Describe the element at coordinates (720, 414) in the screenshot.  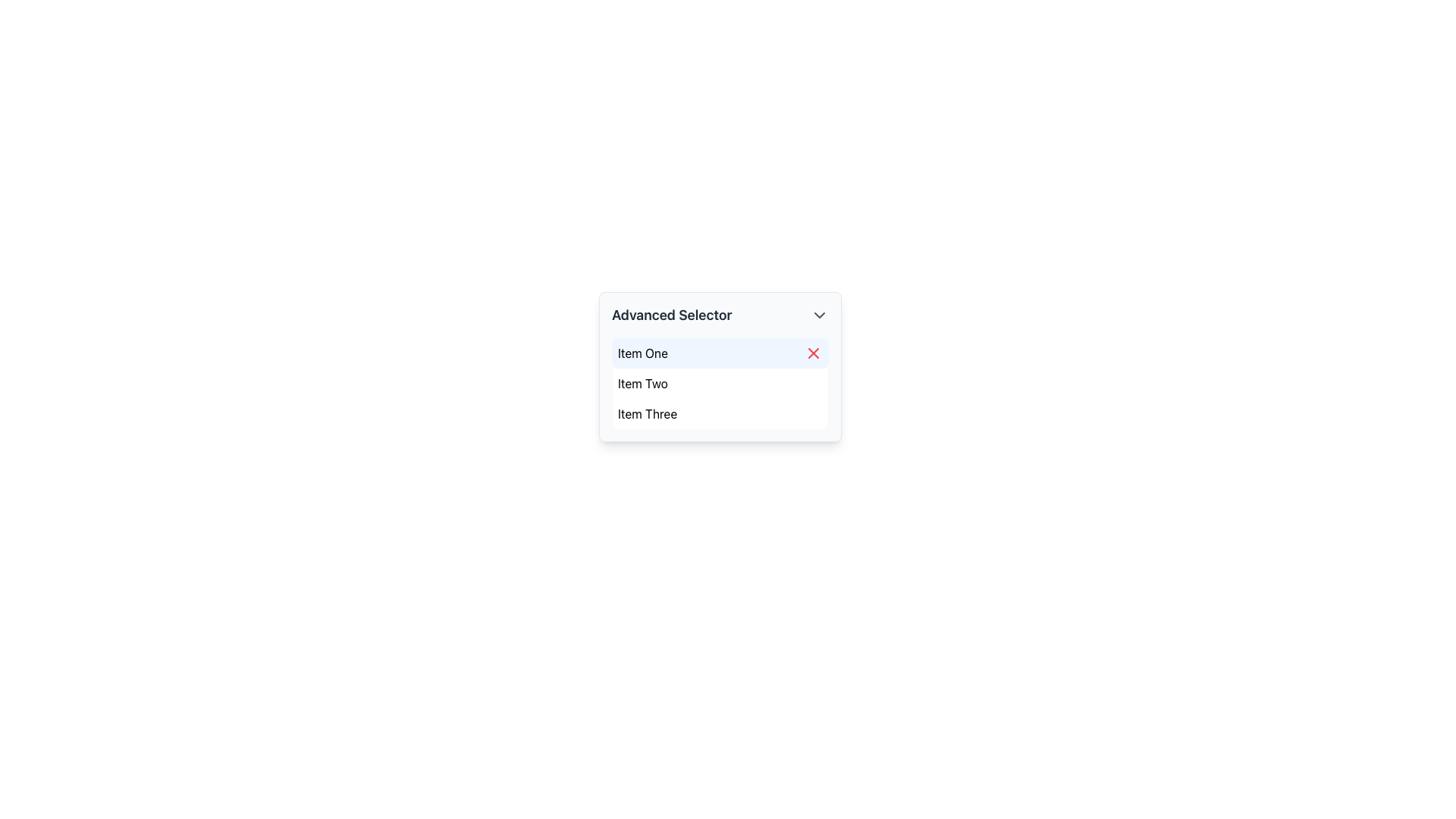
I see `the third selectable option in the list, labeled 'Item Three', to visualize its hover effects` at that location.